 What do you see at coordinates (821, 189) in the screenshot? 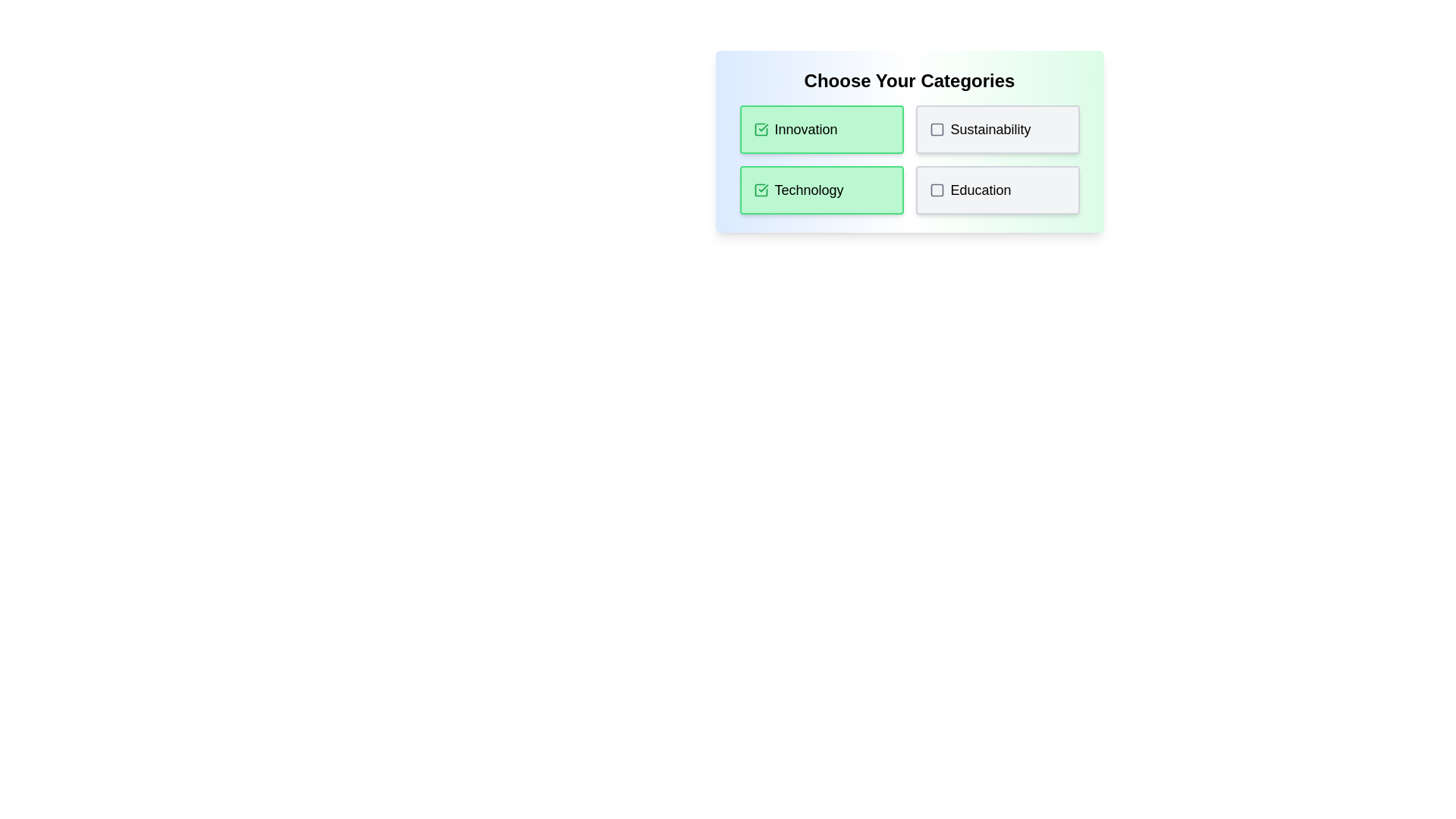
I see `the tag Technology` at bounding box center [821, 189].